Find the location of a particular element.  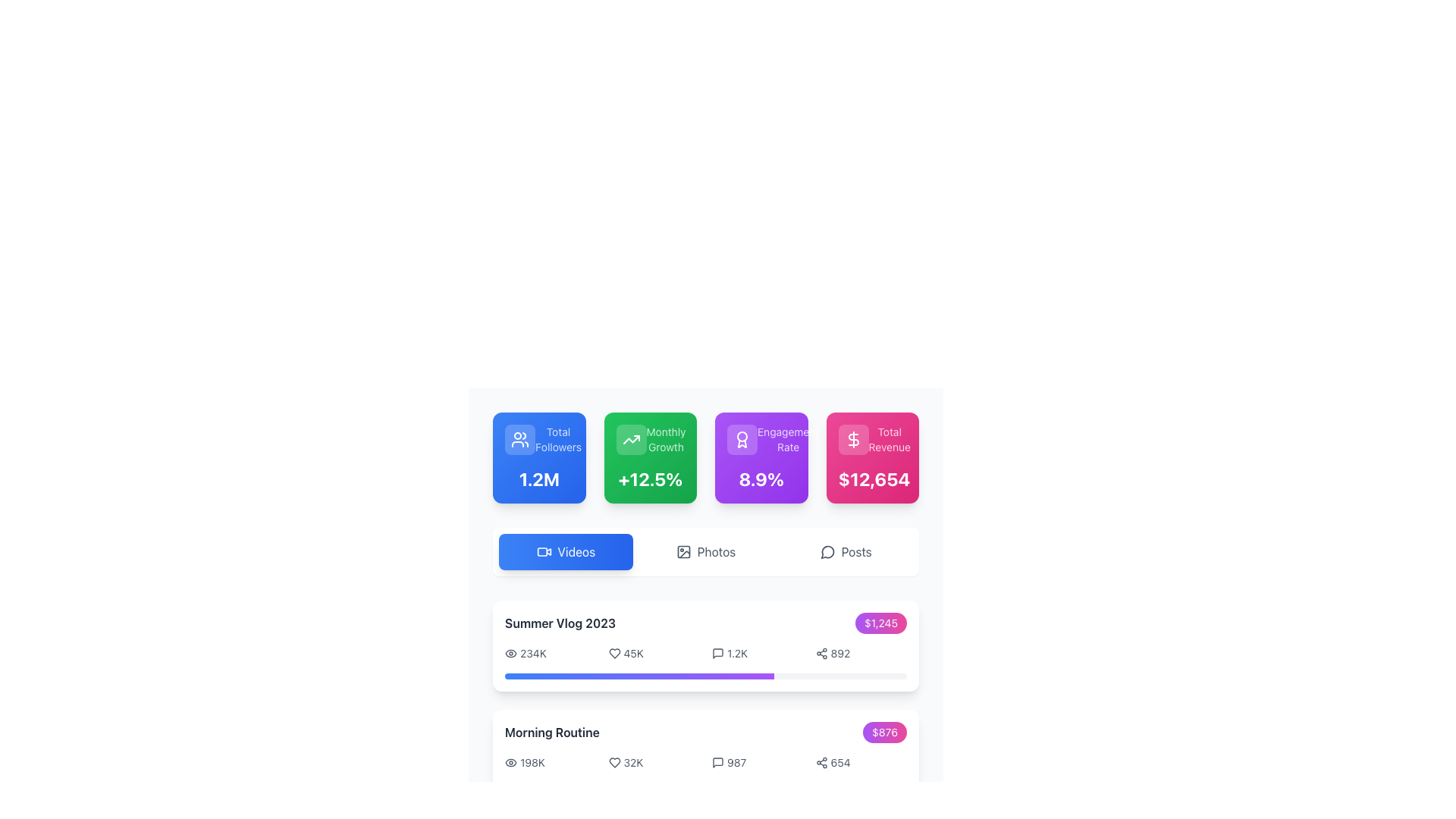

the 'Posts' text label, which is styled in muted gray and positioned alongside a speech bubble icon is located at coordinates (856, 552).